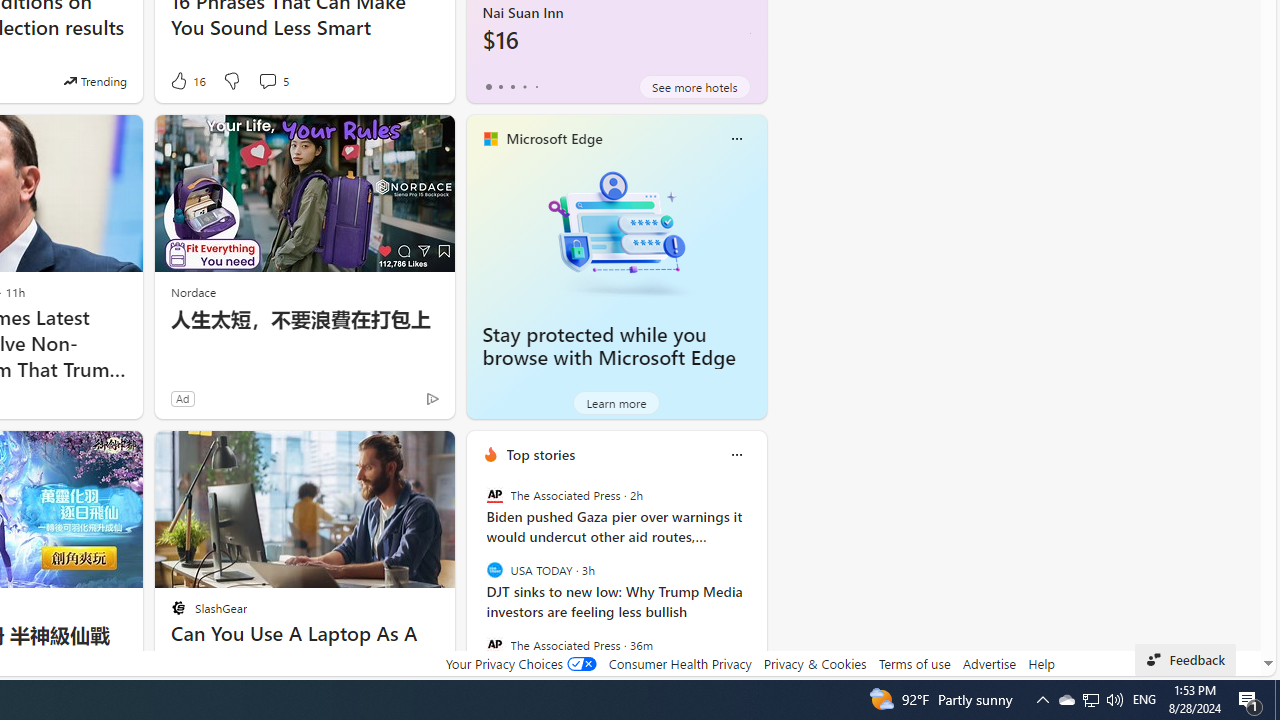 The height and width of the screenshot is (720, 1280). Describe the element at coordinates (231, 80) in the screenshot. I see `'Dislike'` at that location.